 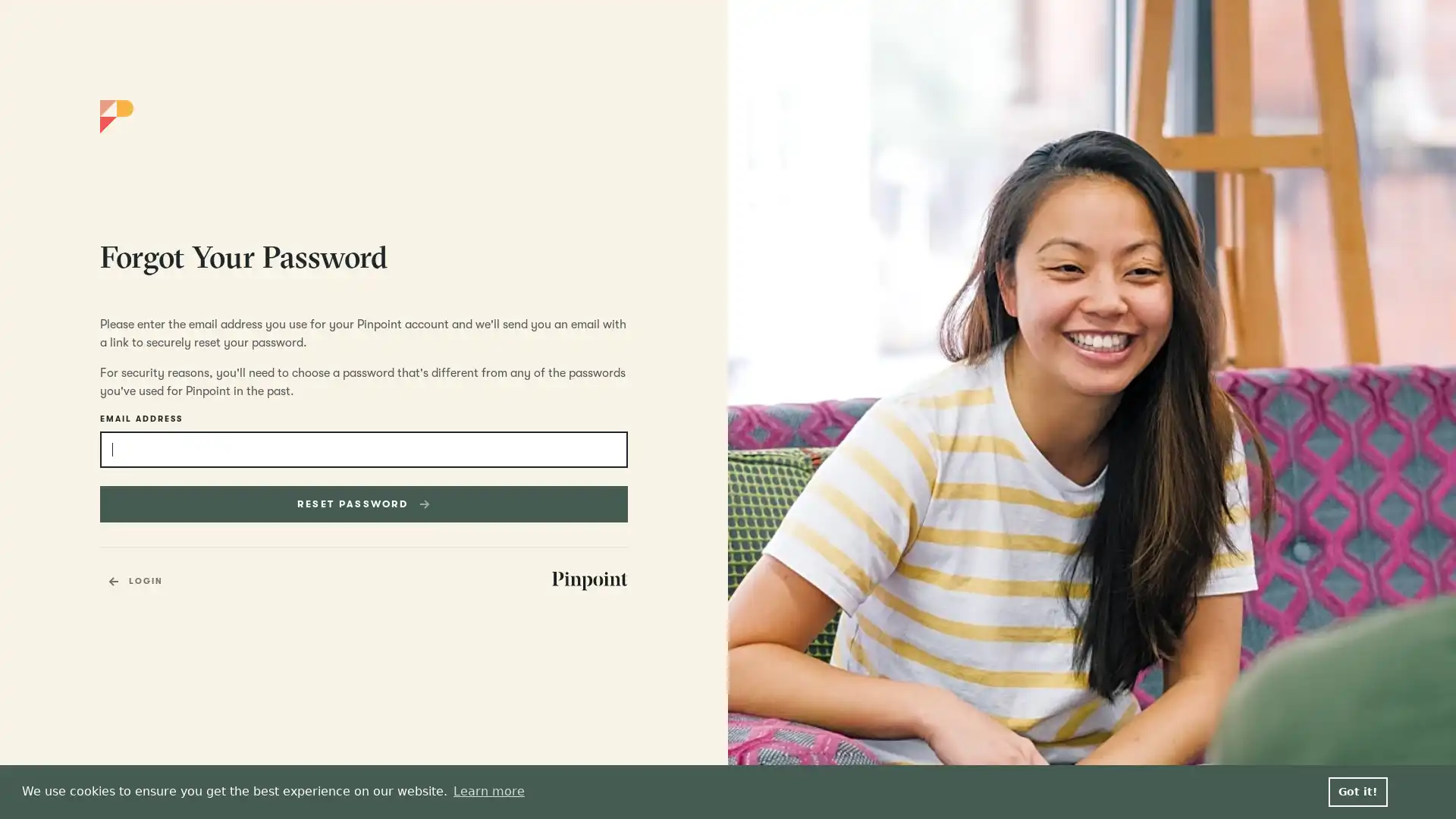 What do you see at coordinates (1357, 791) in the screenshot?
I see `dismiss cookie message` at bounding box center [1357, 791].